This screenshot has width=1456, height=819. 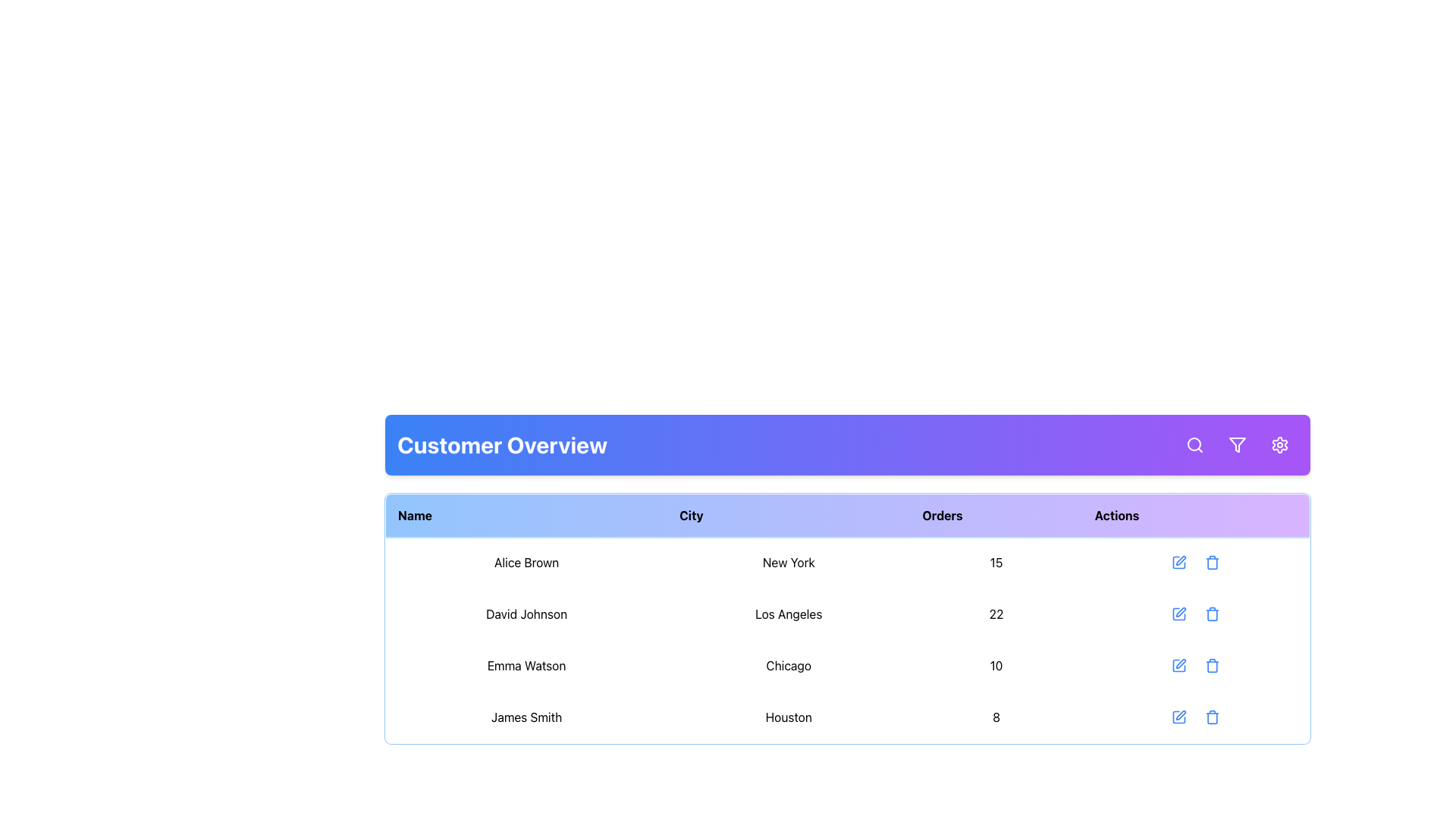 I want to click on the graphical icon in the Actions column of the first row of the table, which resembles a hollow square with a slight alteration on its top-right corner, so click(x=1178, y=562).